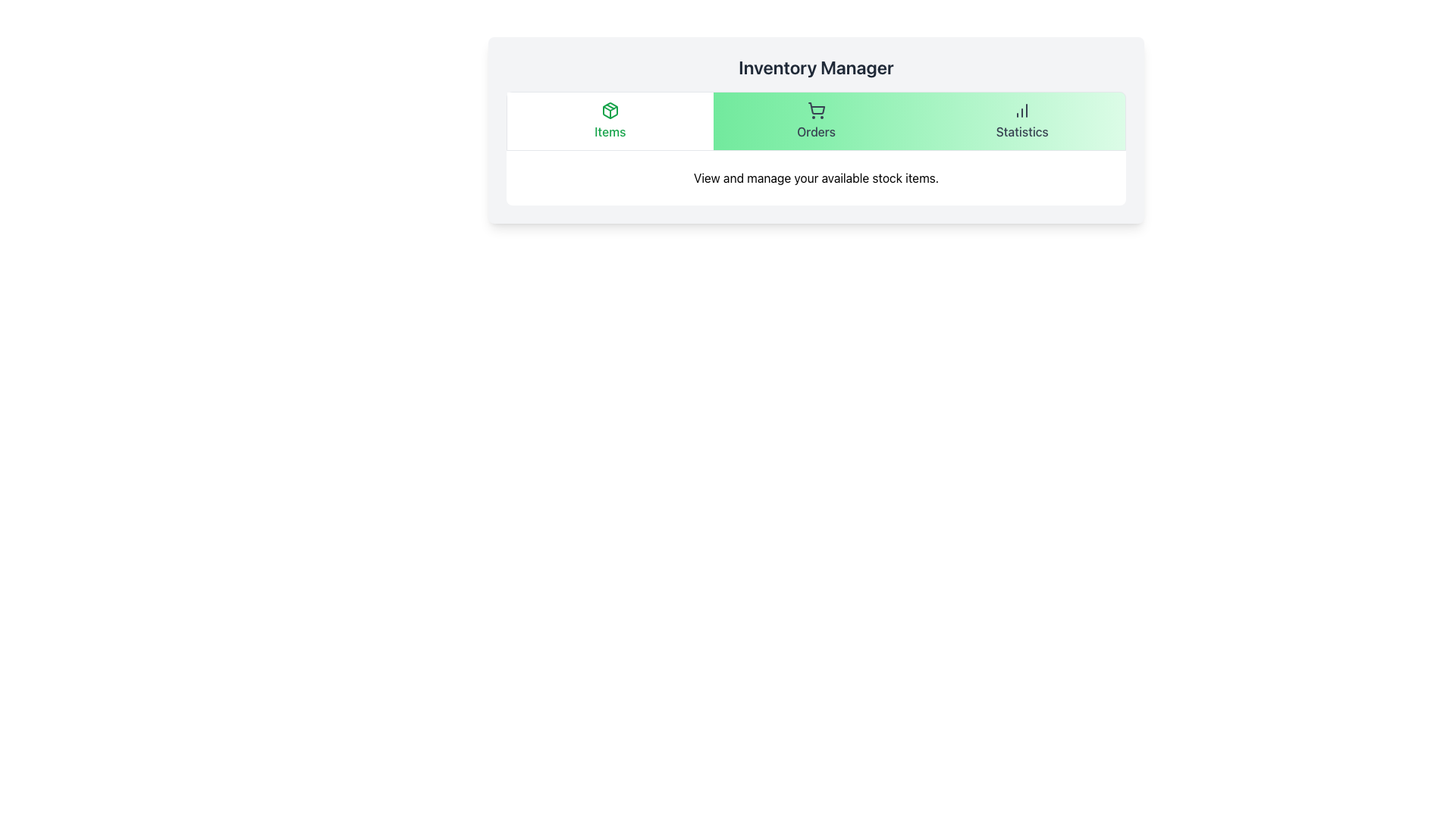  What do you see at coordinates (815, 120) in the screenshot?
I see `the 'Orders' segment of the interactive navigation bar` at bounding box center [815, 120].